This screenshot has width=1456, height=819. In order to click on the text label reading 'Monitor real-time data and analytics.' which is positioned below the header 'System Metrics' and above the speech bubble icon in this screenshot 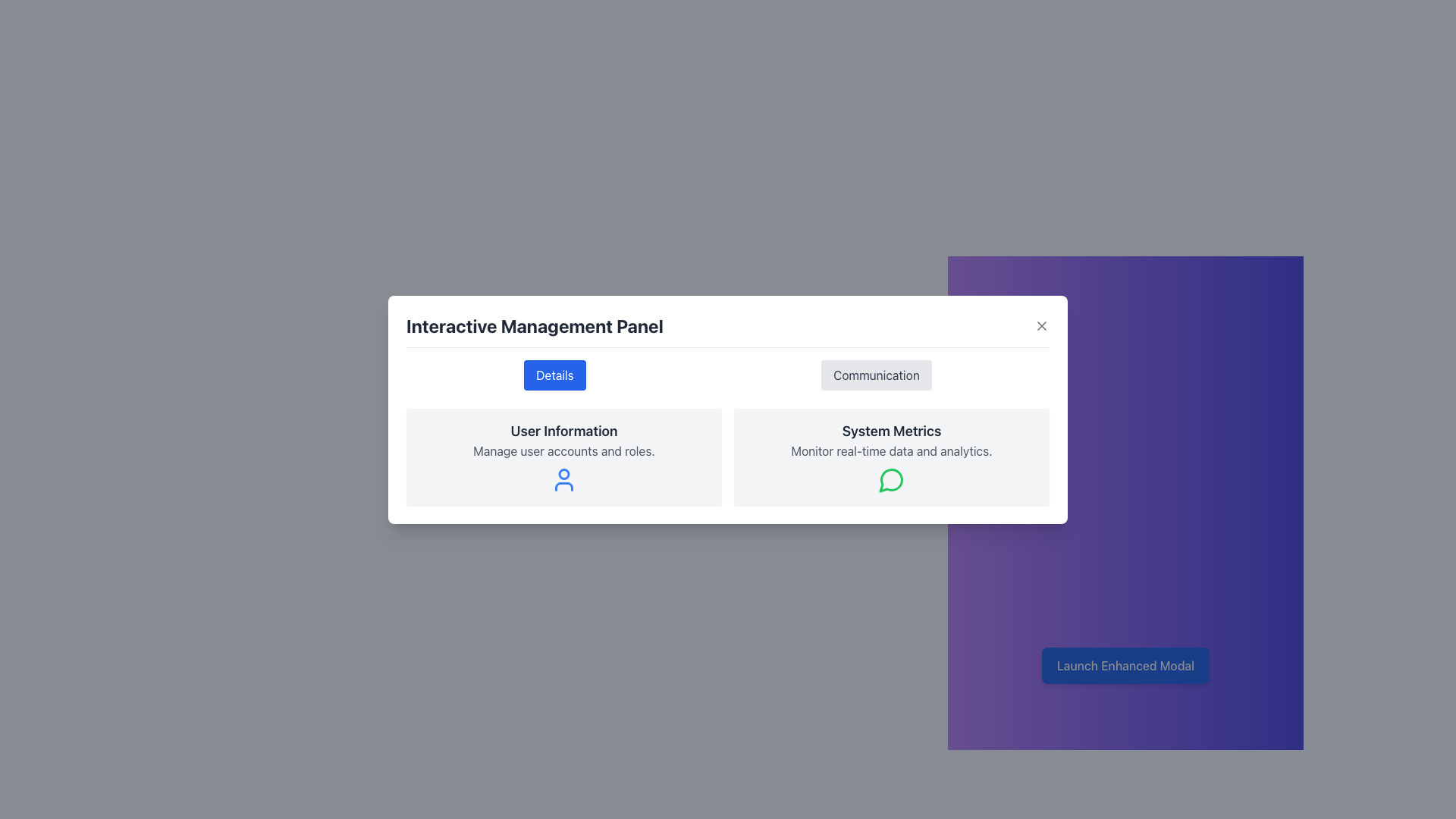, I will do `click(892, 450)`.